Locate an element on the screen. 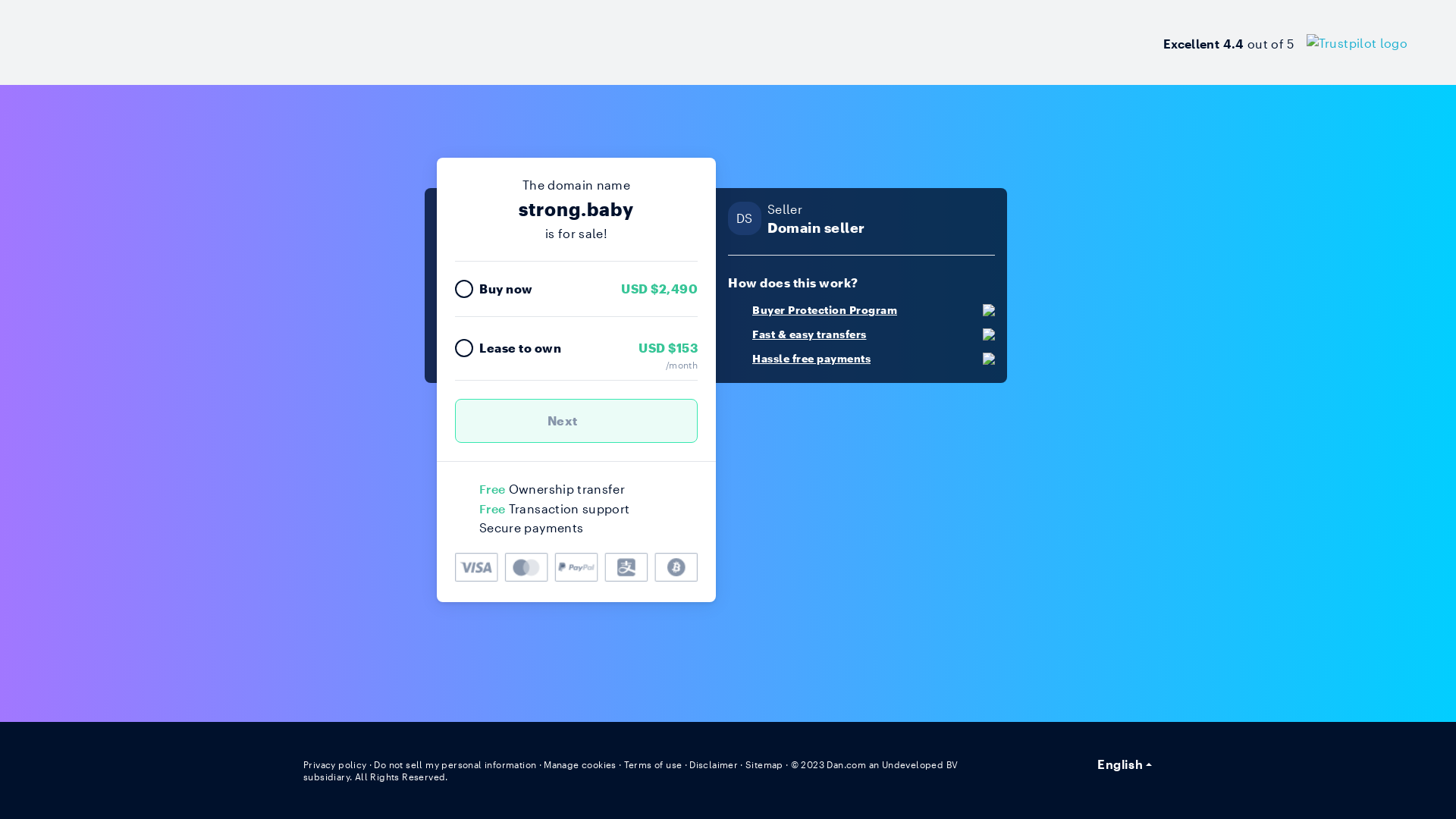  'Manage cookies' is located at coordinates (579, 764).